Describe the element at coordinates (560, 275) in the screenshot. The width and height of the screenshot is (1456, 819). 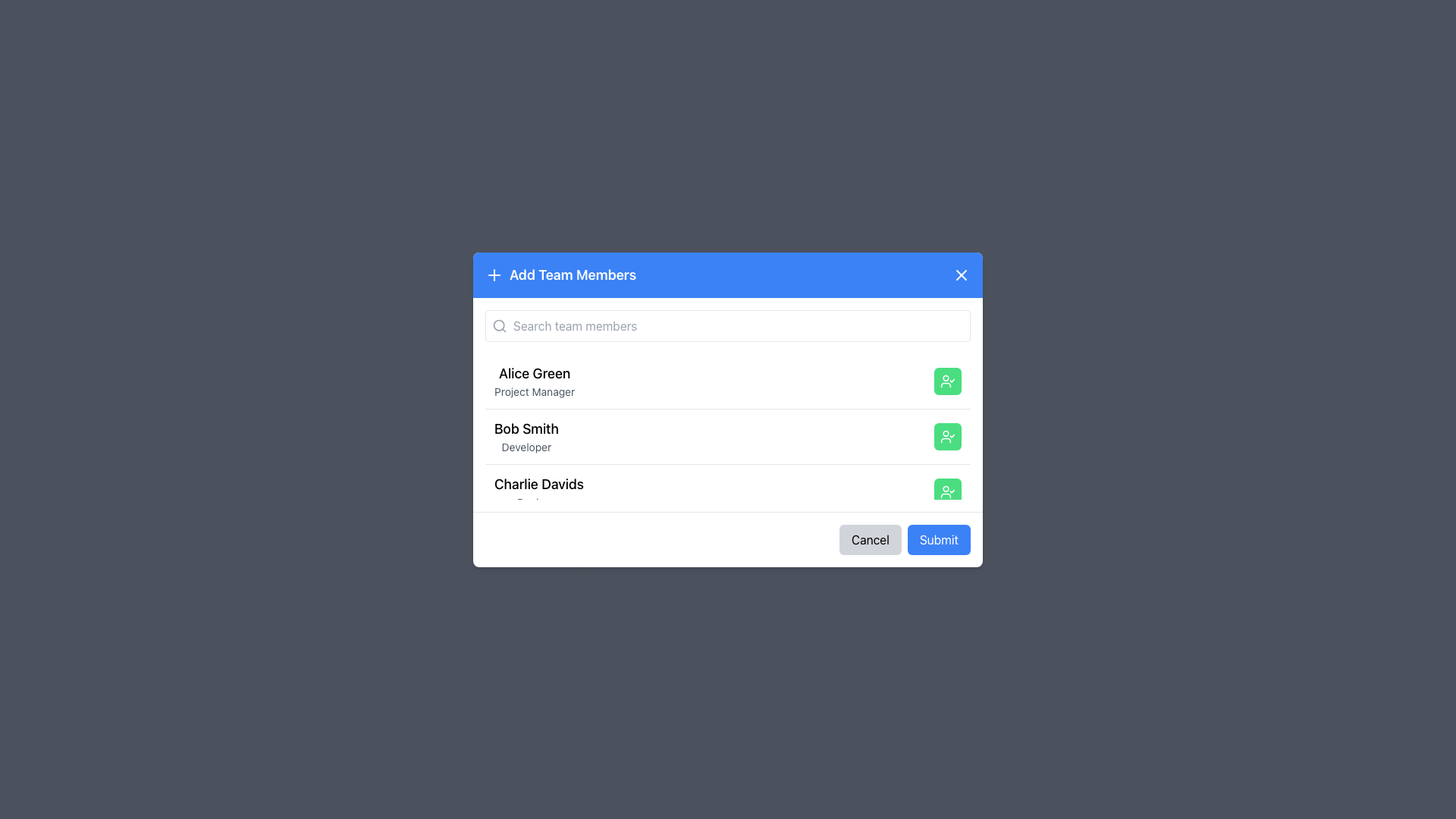
I see `the title label in the blue header bar of the modal dialog that indicates the action of managing team members by adding them` at that location.